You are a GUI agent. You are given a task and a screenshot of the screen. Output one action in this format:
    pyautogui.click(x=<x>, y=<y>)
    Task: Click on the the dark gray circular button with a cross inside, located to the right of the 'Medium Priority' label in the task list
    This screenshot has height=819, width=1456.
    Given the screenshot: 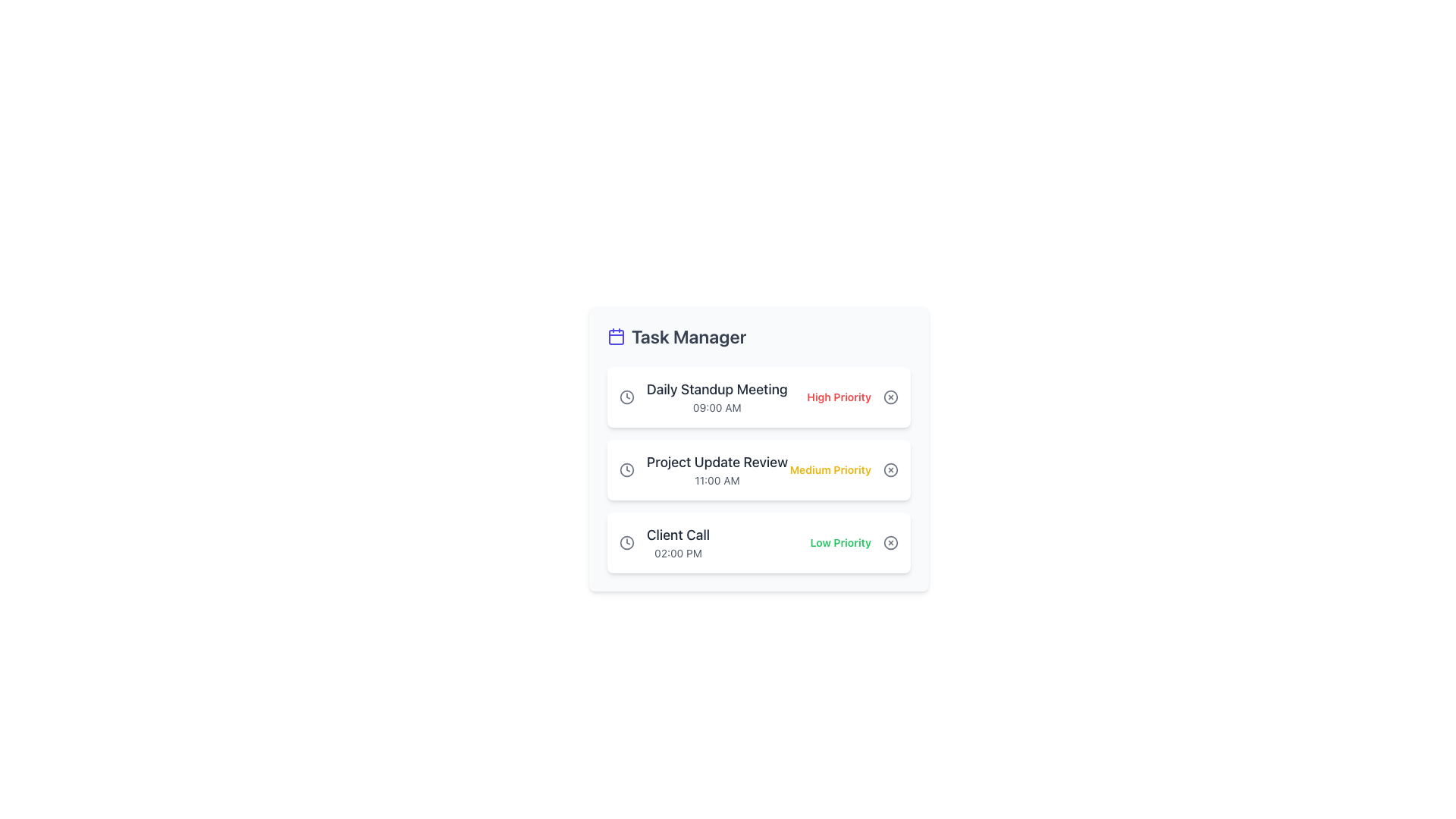 What is the action you would take?
    pyautogui.click(x=891, y=469)
    